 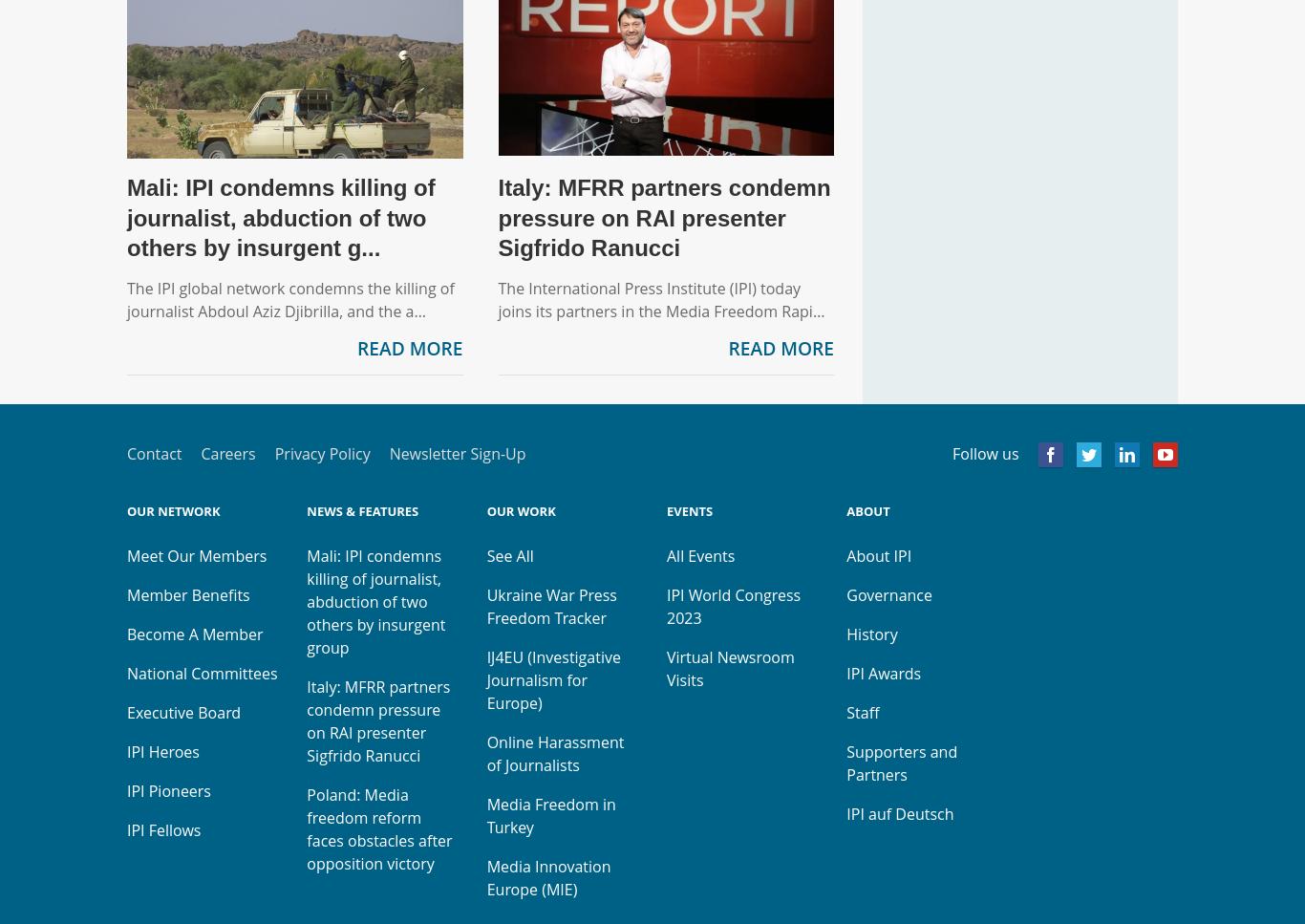 I want to click on 'All Events', so click(x=699, y=555).